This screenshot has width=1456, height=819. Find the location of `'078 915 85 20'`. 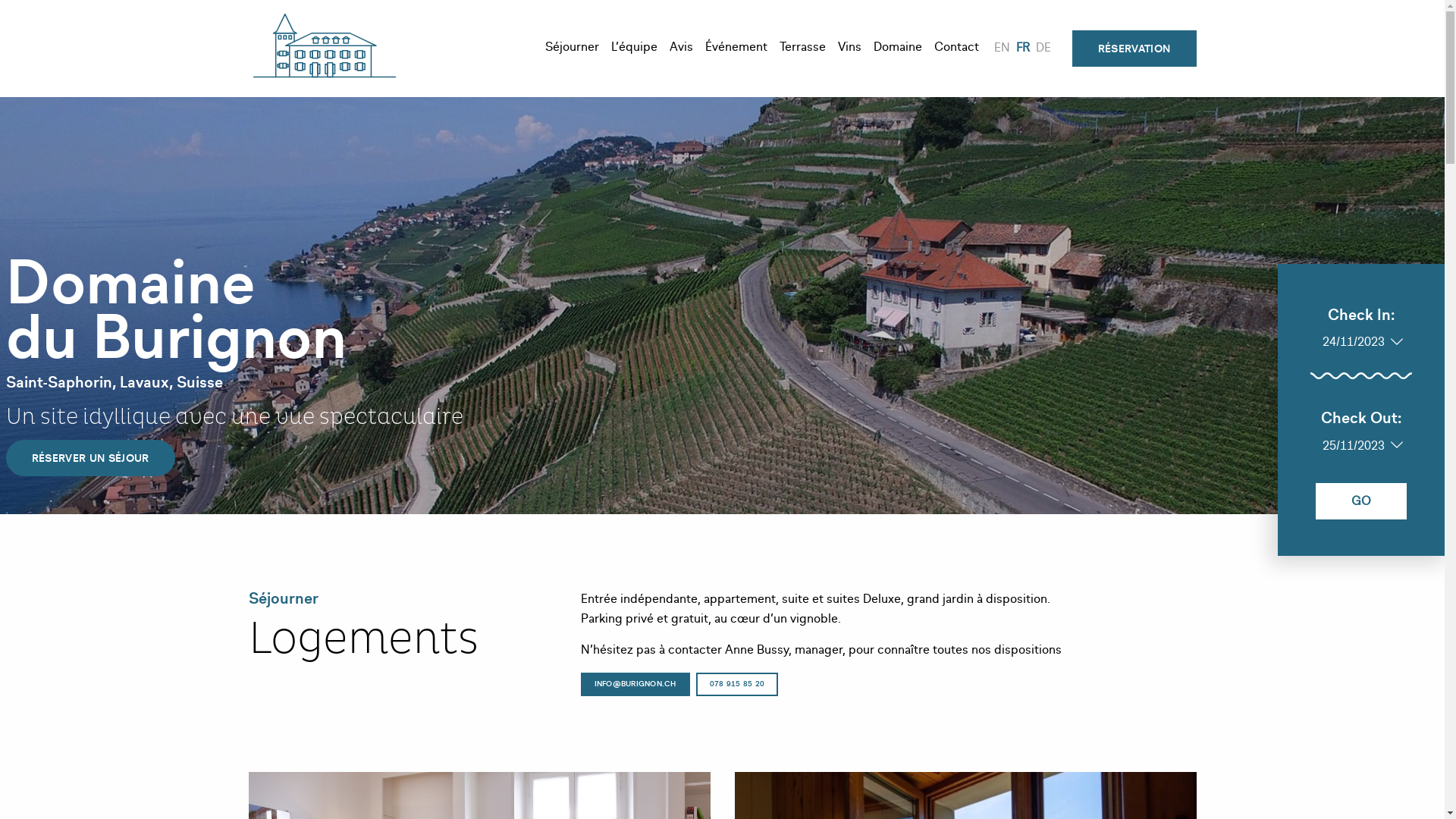

'078 915 85 20' is located at coordinates (737, 684).